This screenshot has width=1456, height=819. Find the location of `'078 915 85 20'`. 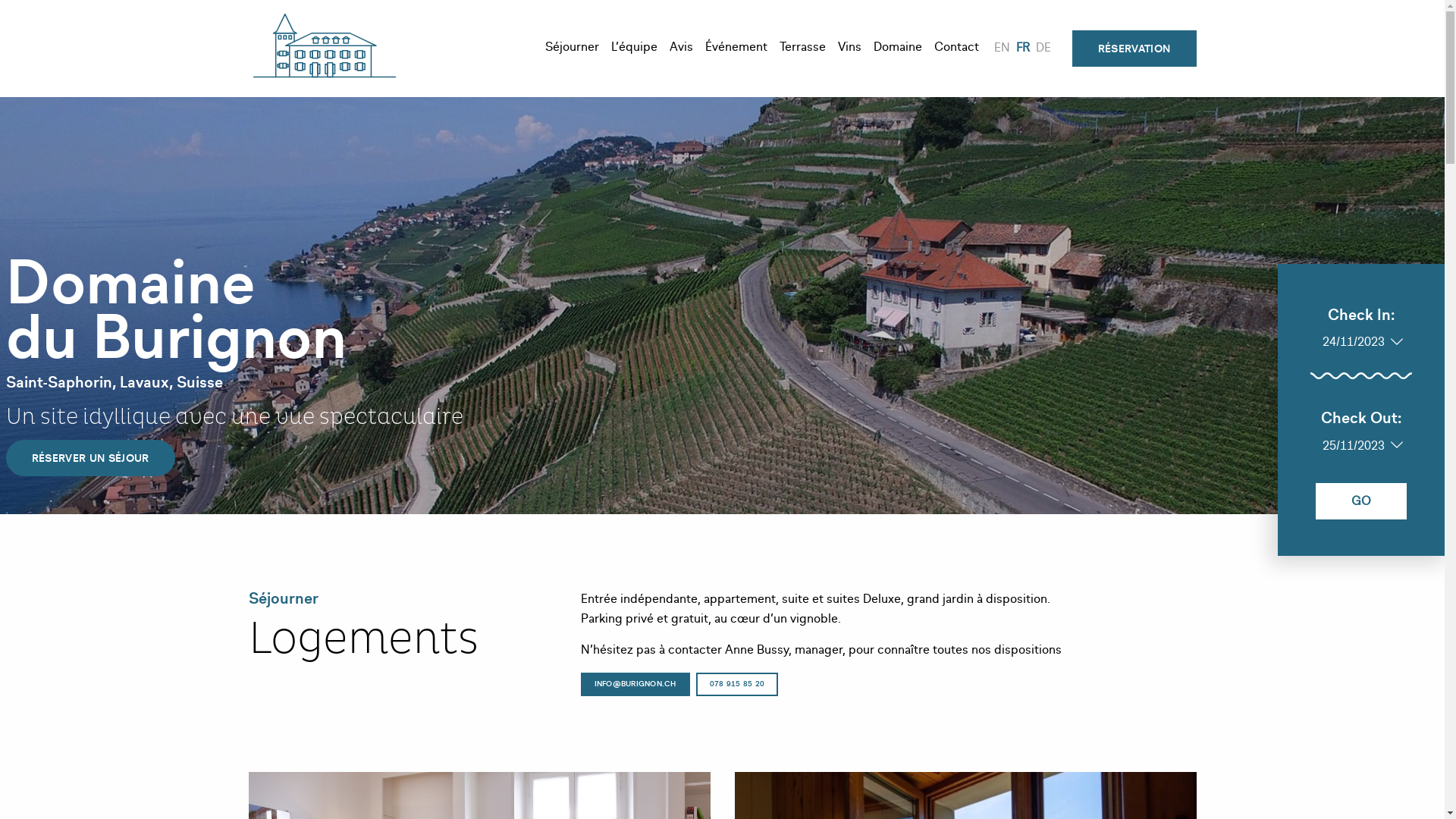

'078 915 85 20' is located at coordinates (737, 684).